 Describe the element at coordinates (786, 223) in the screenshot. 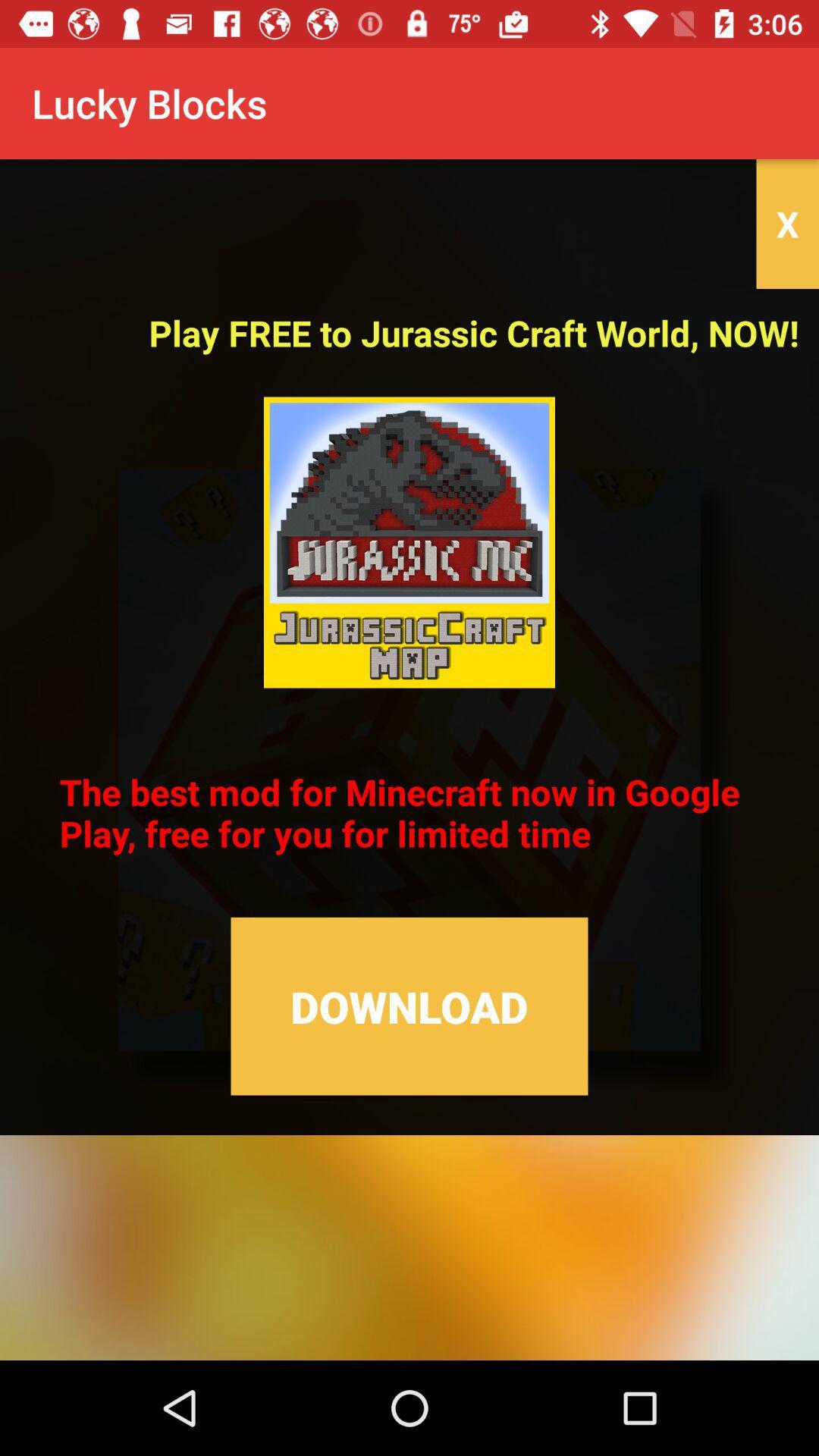

I see `the x item` at that location.